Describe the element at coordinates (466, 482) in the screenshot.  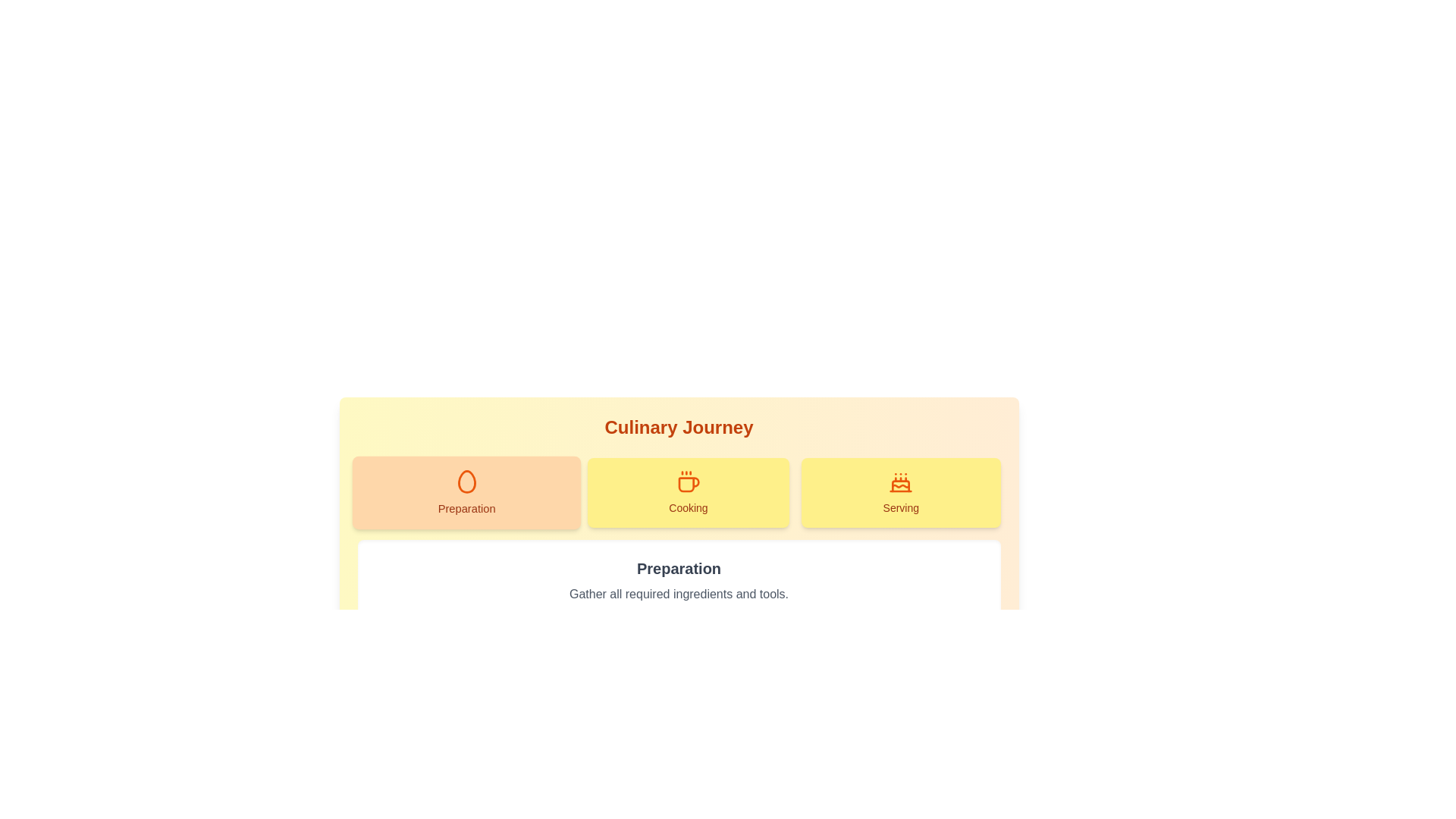
I see `the egg-shaped 'Preparation' icon, which is the first tile in a row of three tiles labeled 'Cooking' and 'Serving'` at that location.